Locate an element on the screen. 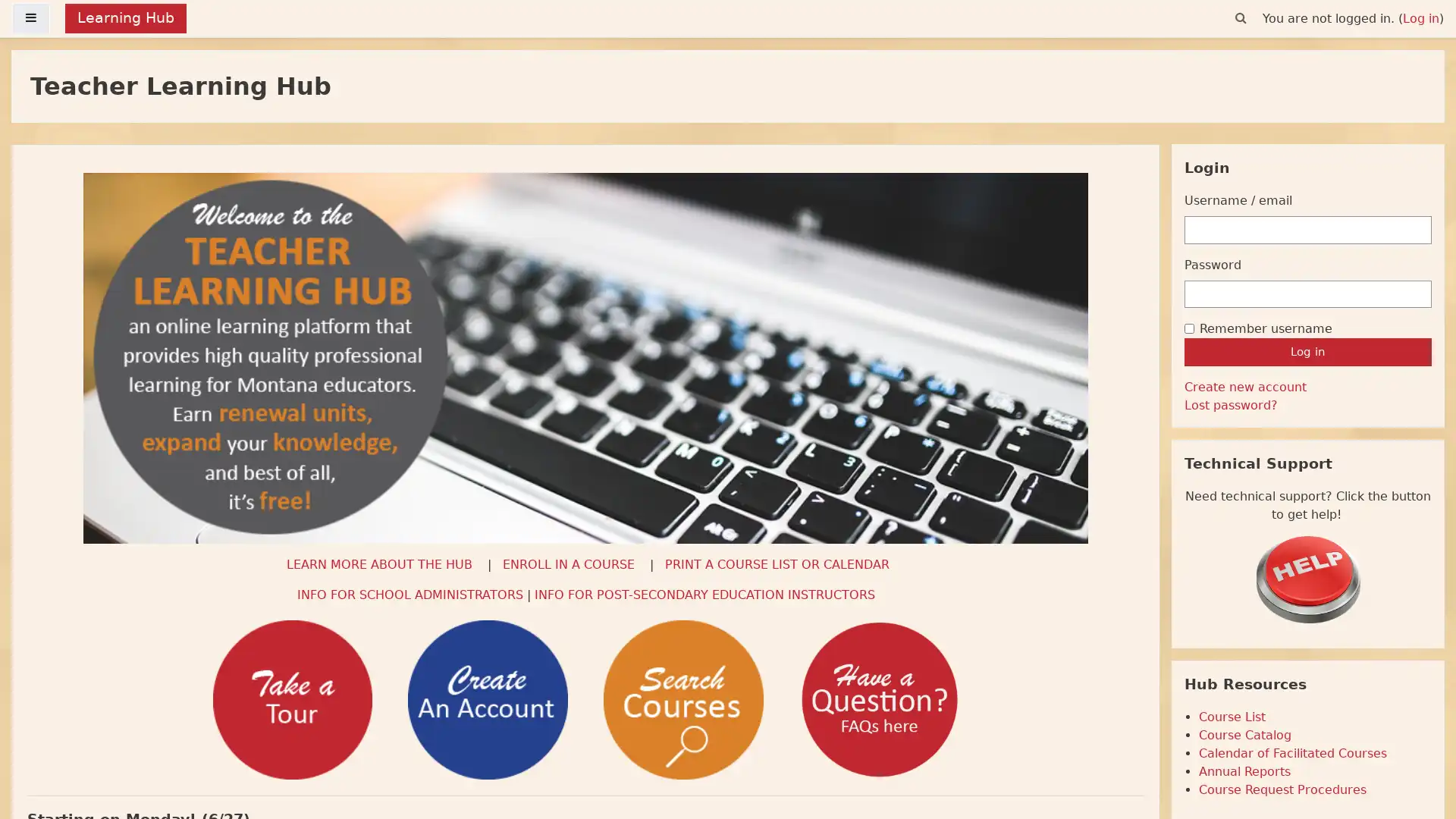 This screenshot has width=1456, height=819. Toggle search input is located at coordinates (1241, 17).